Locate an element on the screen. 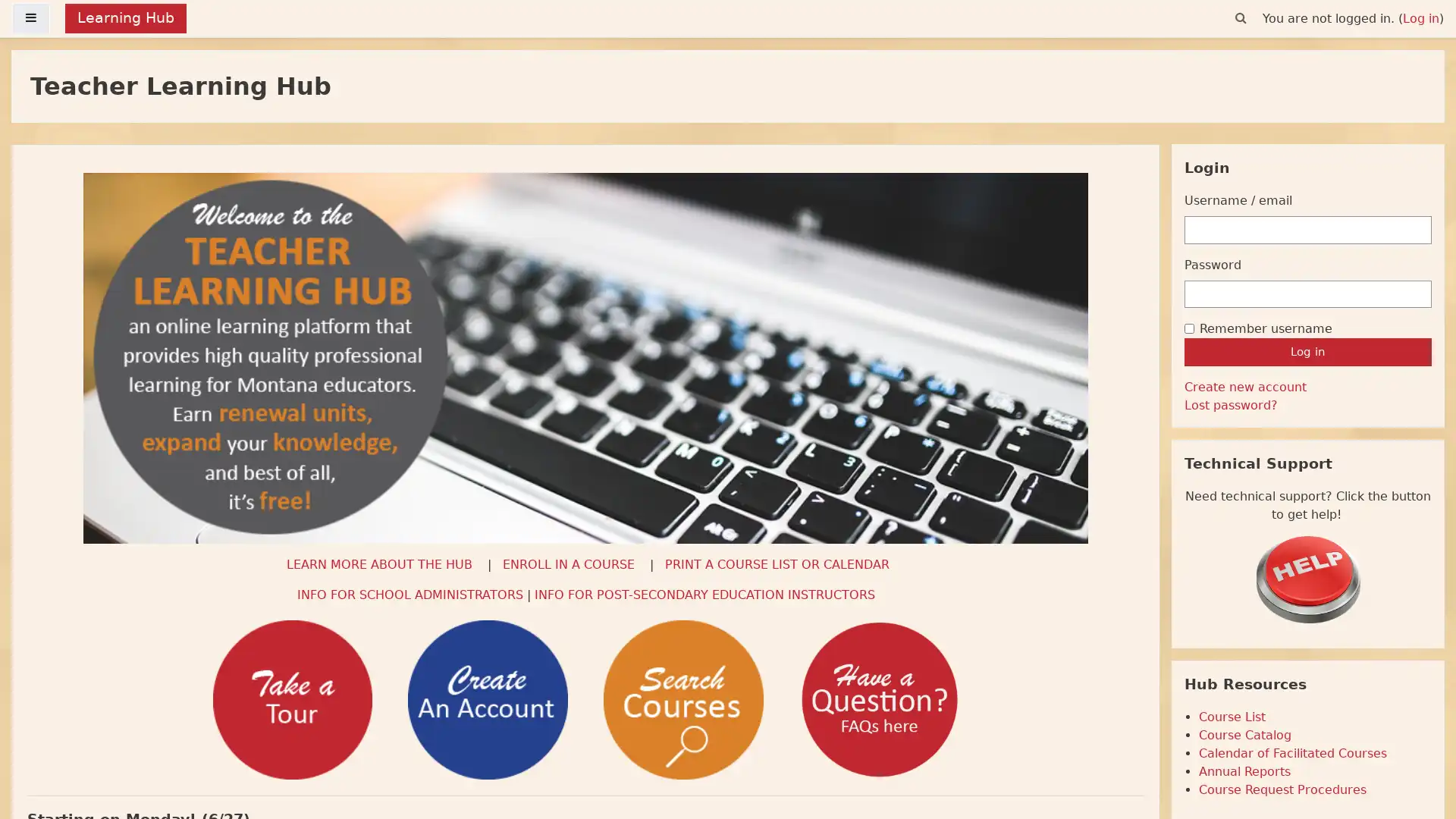 This screenshot has width=1456, height=819. Toggle search input is located at coordinates (1241, 17).